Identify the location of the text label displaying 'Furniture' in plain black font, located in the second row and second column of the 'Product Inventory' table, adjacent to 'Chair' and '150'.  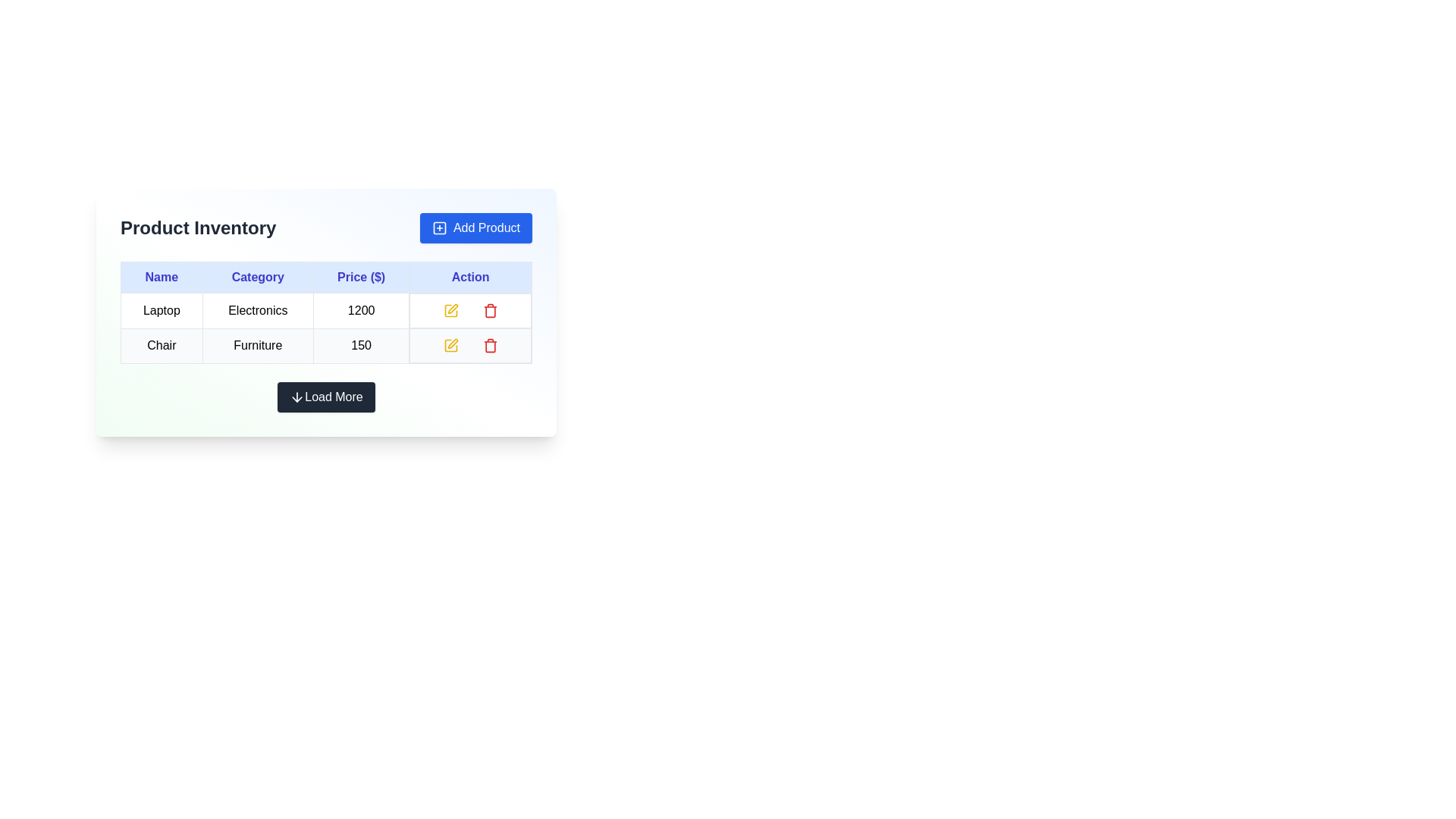
(258, 346).